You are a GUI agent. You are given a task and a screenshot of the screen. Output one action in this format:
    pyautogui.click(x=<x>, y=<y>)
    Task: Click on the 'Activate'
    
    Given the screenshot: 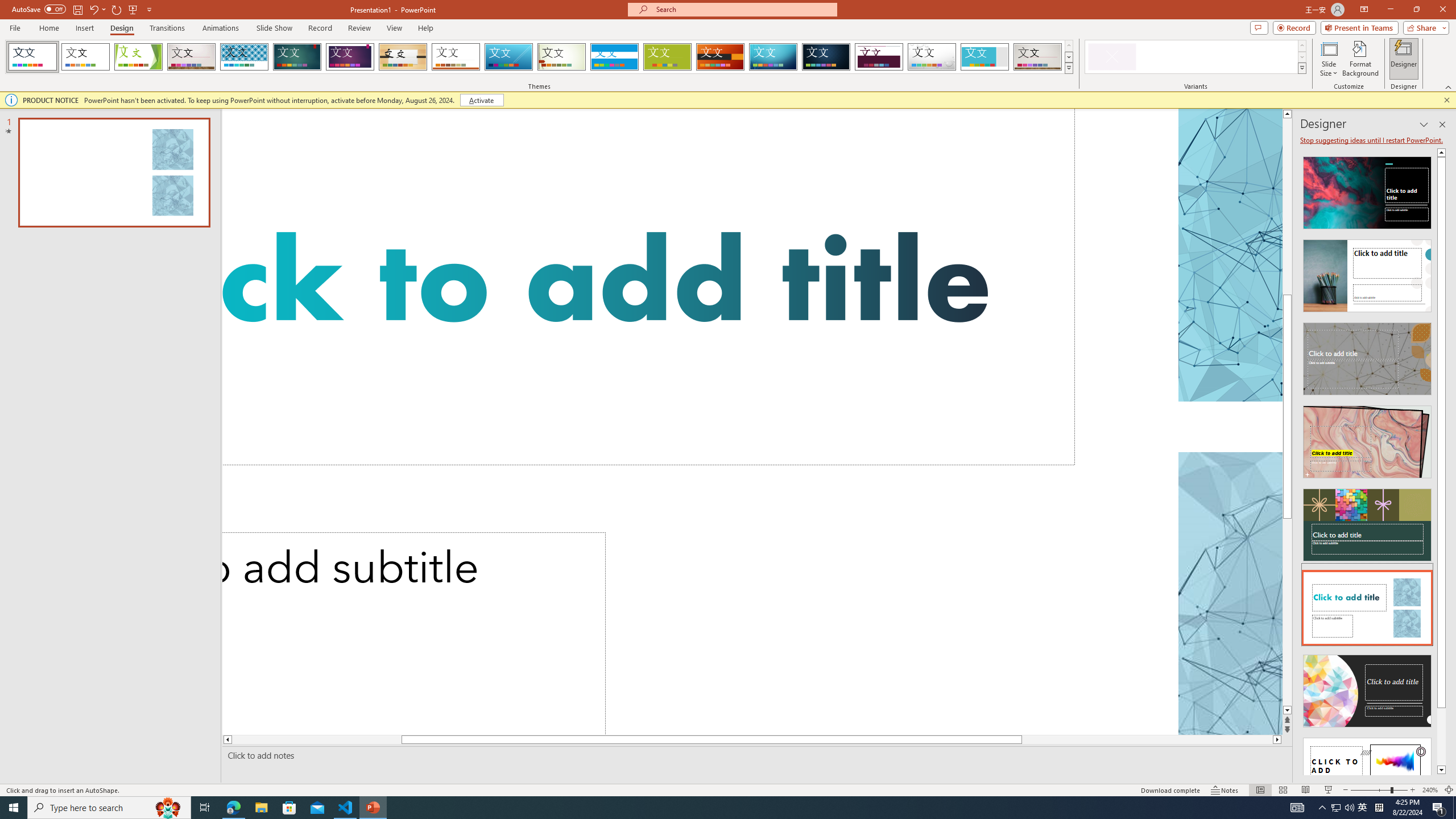 What is the action you would take?
    pyautogui.click(x=482, y=100)
    